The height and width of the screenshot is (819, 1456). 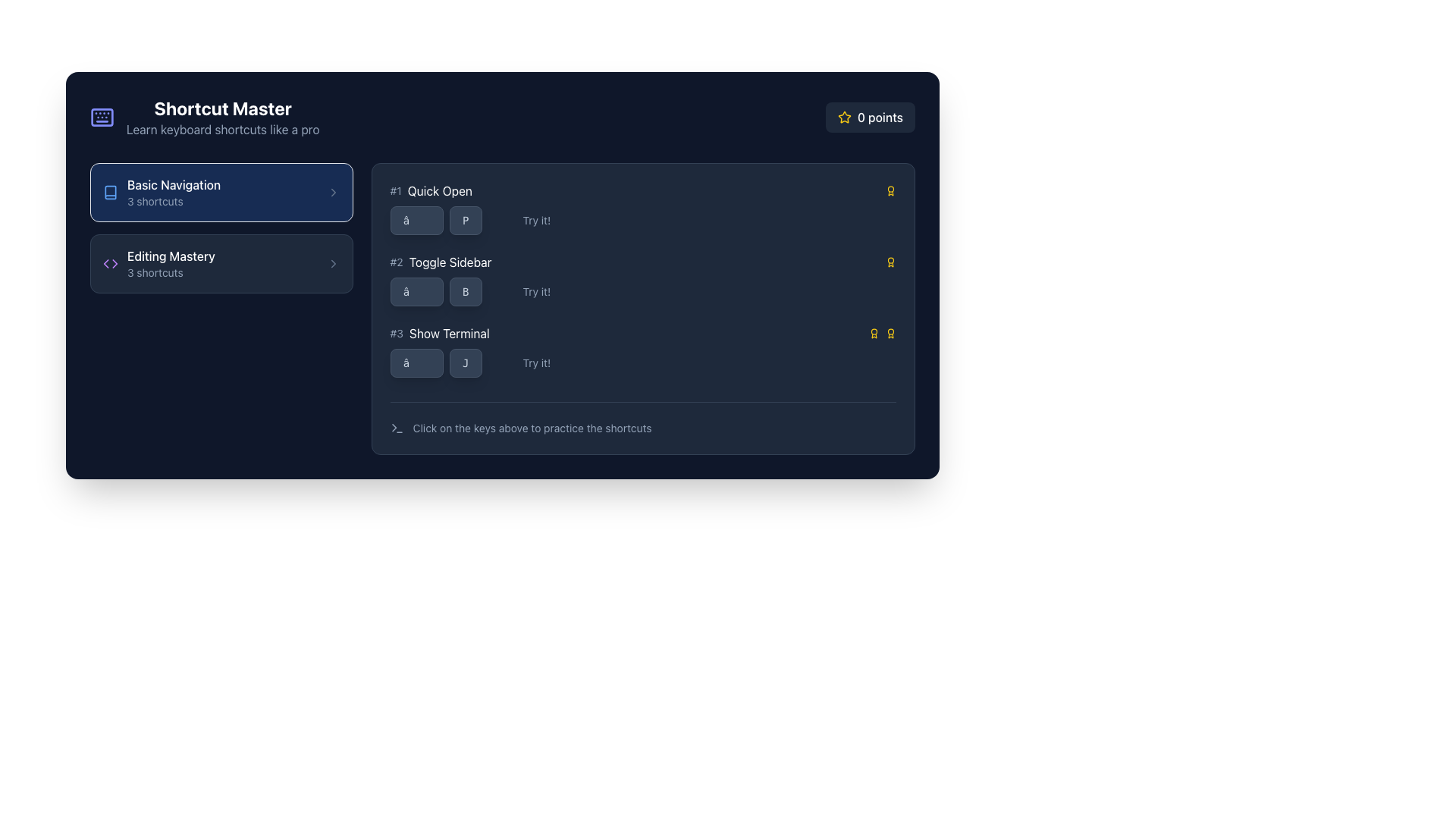 What do you see at coordinates (536, 220) in the screenshot?
I see `the text label displaying 'Try it!' which is styled with a light slate color and is positioned to the right of the 'Quick Open' option in the UI` at bounding box center [536, 220].